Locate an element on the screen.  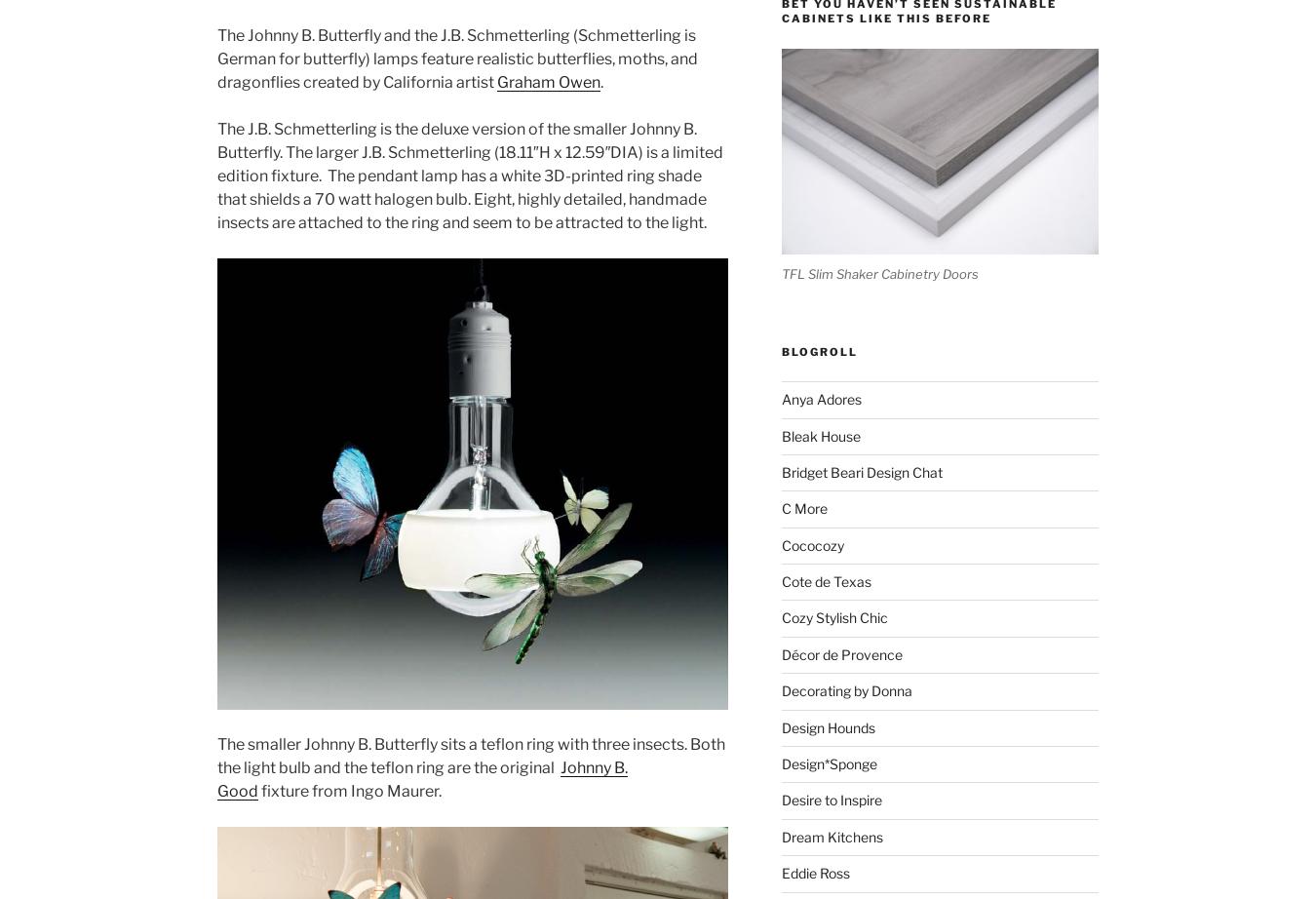
'Cote de Texas' is located at coordinates (825, 581).